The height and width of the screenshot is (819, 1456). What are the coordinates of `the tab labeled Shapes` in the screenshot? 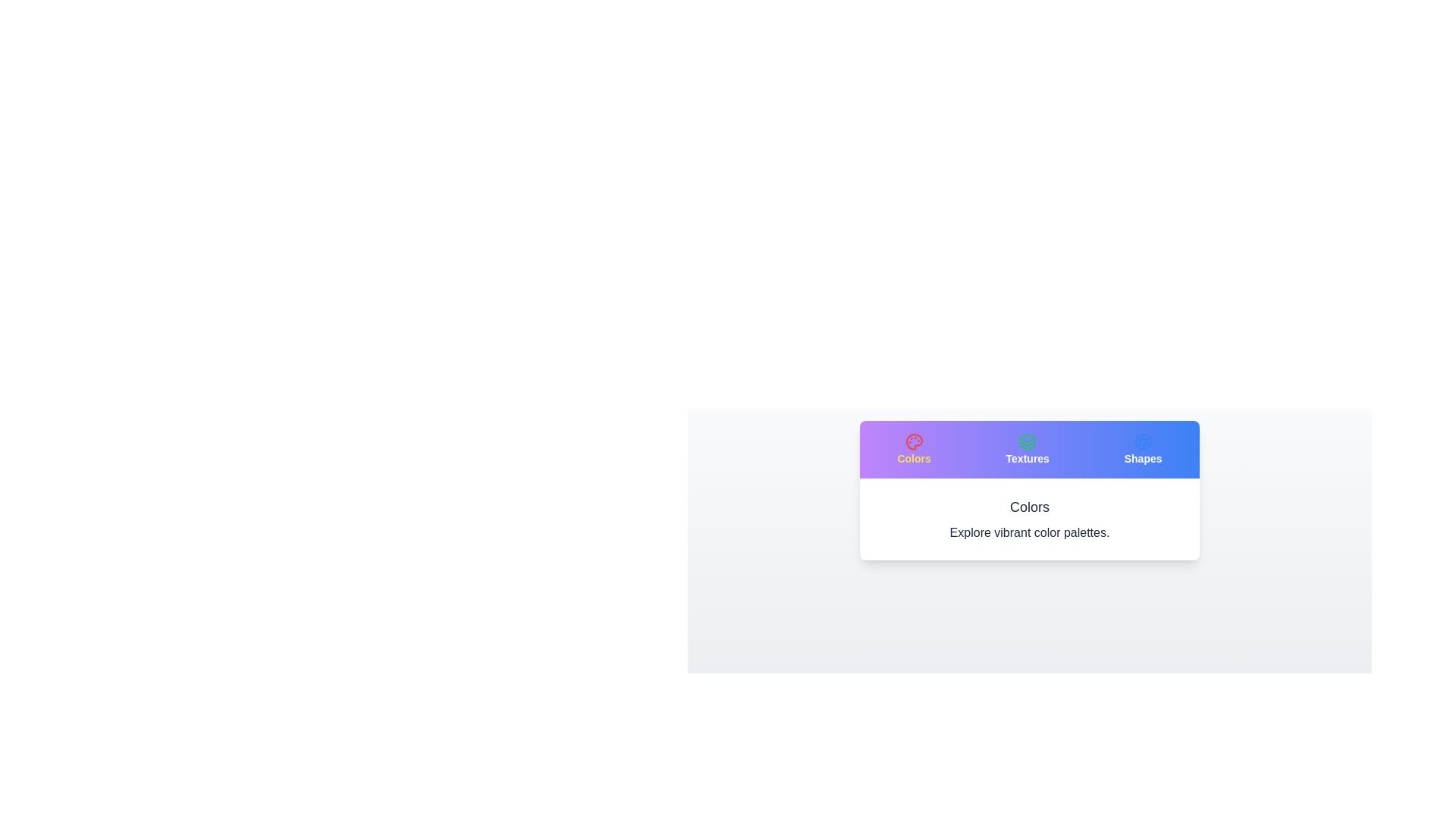 It's located at (1143, 449).